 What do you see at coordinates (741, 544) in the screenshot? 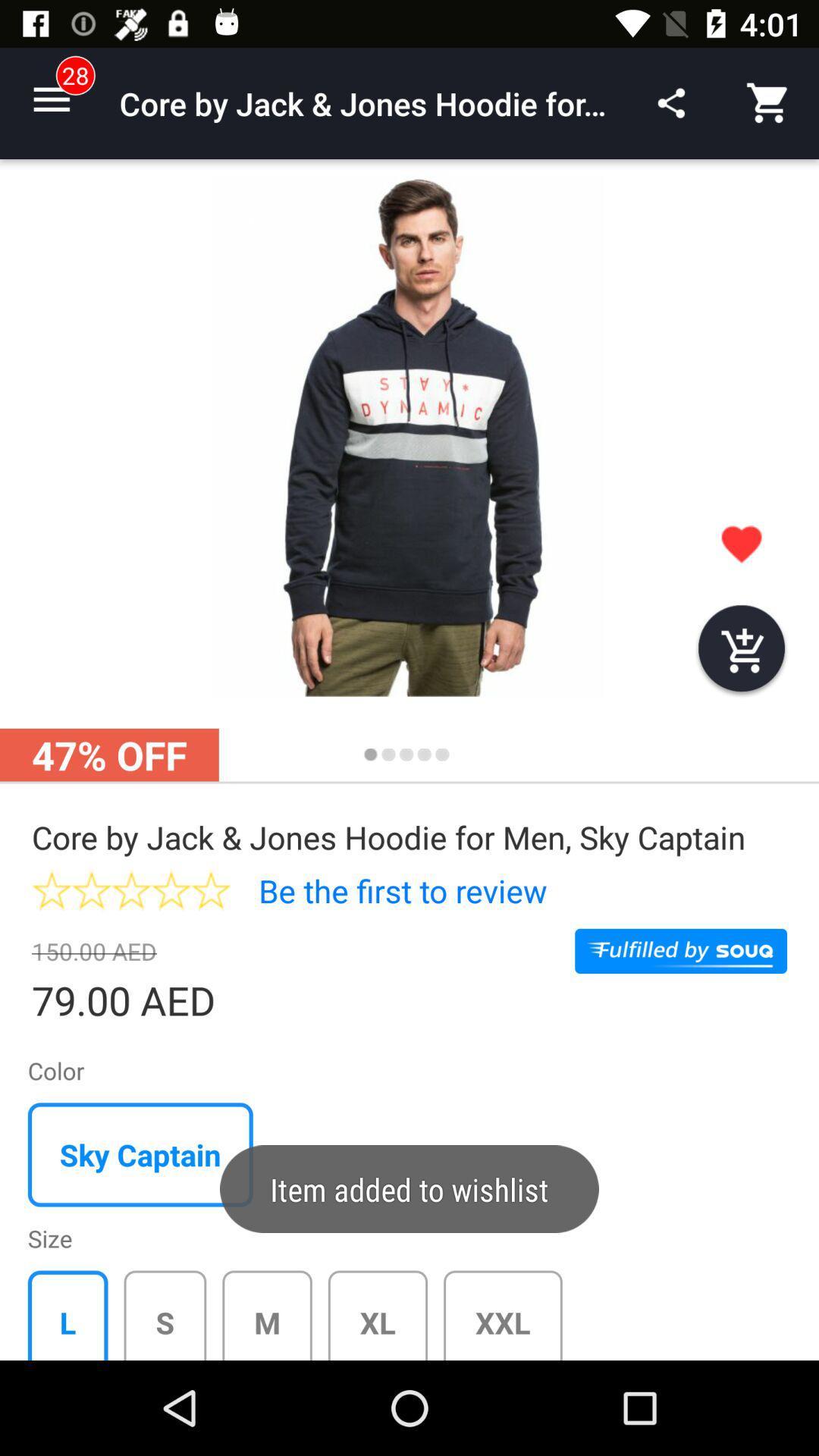
I see `the favorite icon` at bounding box center [741, 544].